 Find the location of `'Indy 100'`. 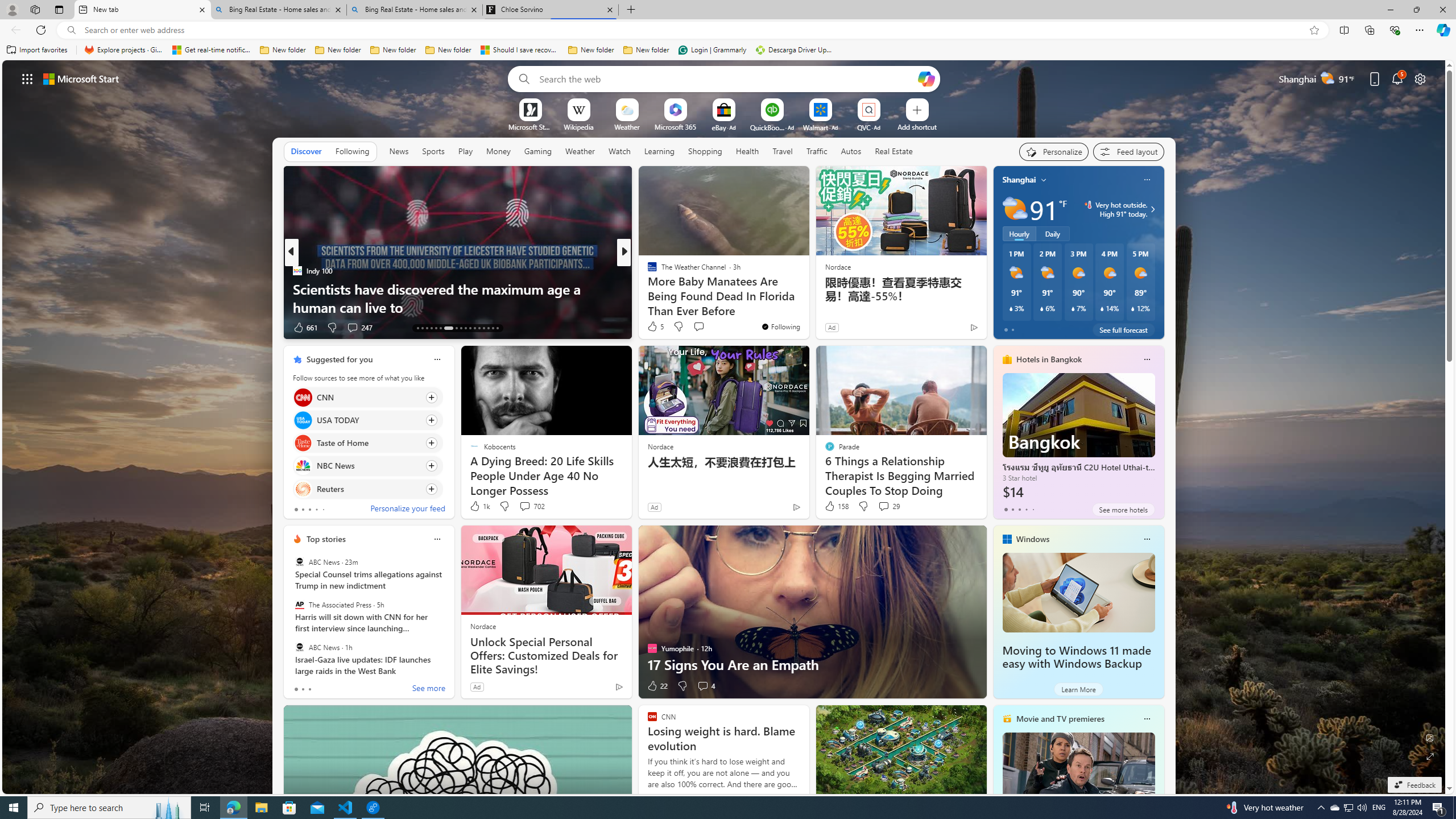

'Indy 100' is located at coordinates (296, 270).